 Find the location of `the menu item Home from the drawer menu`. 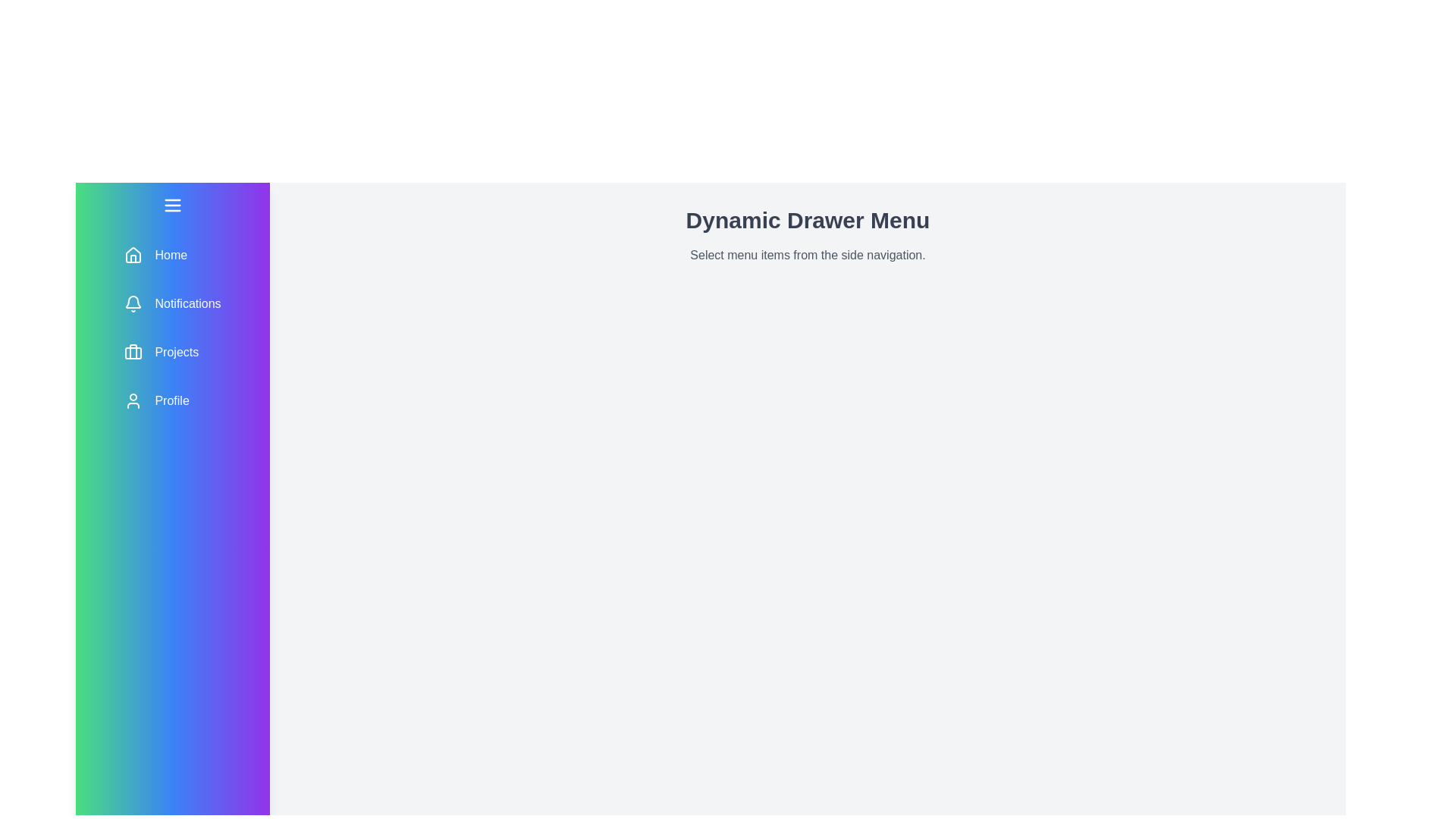

the menu item Home from the drawer menu is located at coordinates (172, 254).